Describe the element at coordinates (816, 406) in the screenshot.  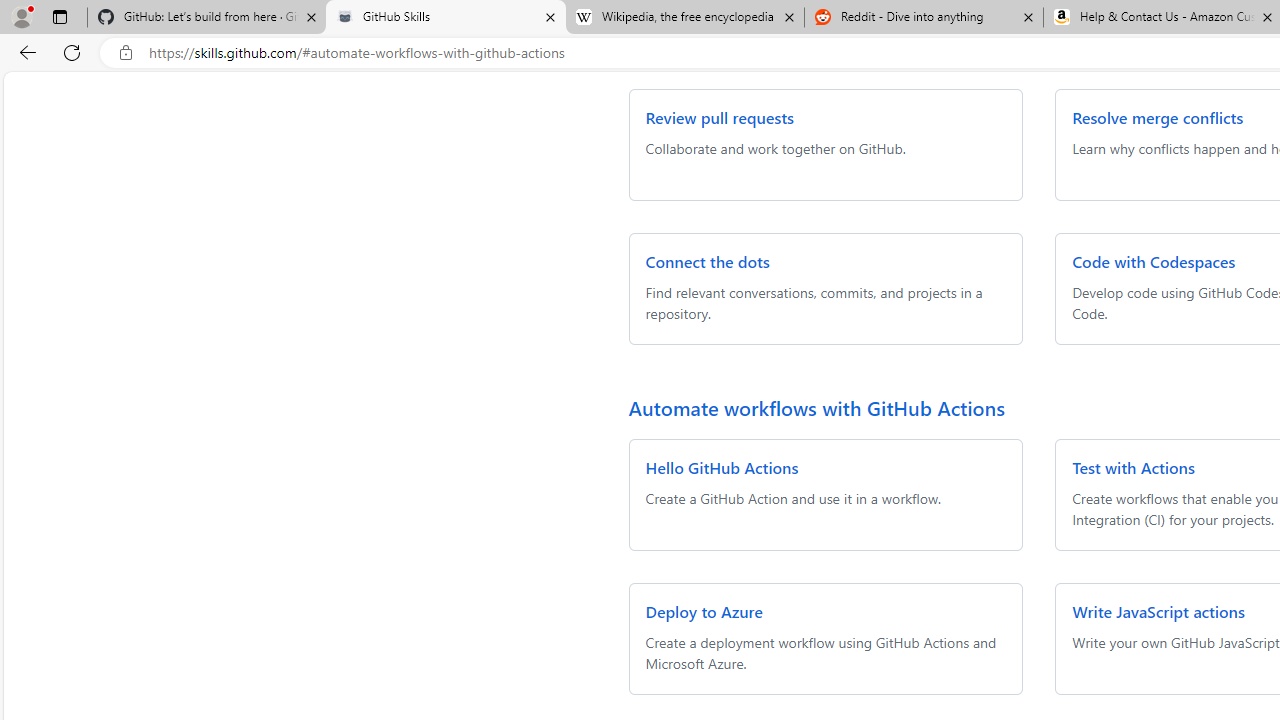
I see `'Automate workflows with GitHub Actions'` at that location.